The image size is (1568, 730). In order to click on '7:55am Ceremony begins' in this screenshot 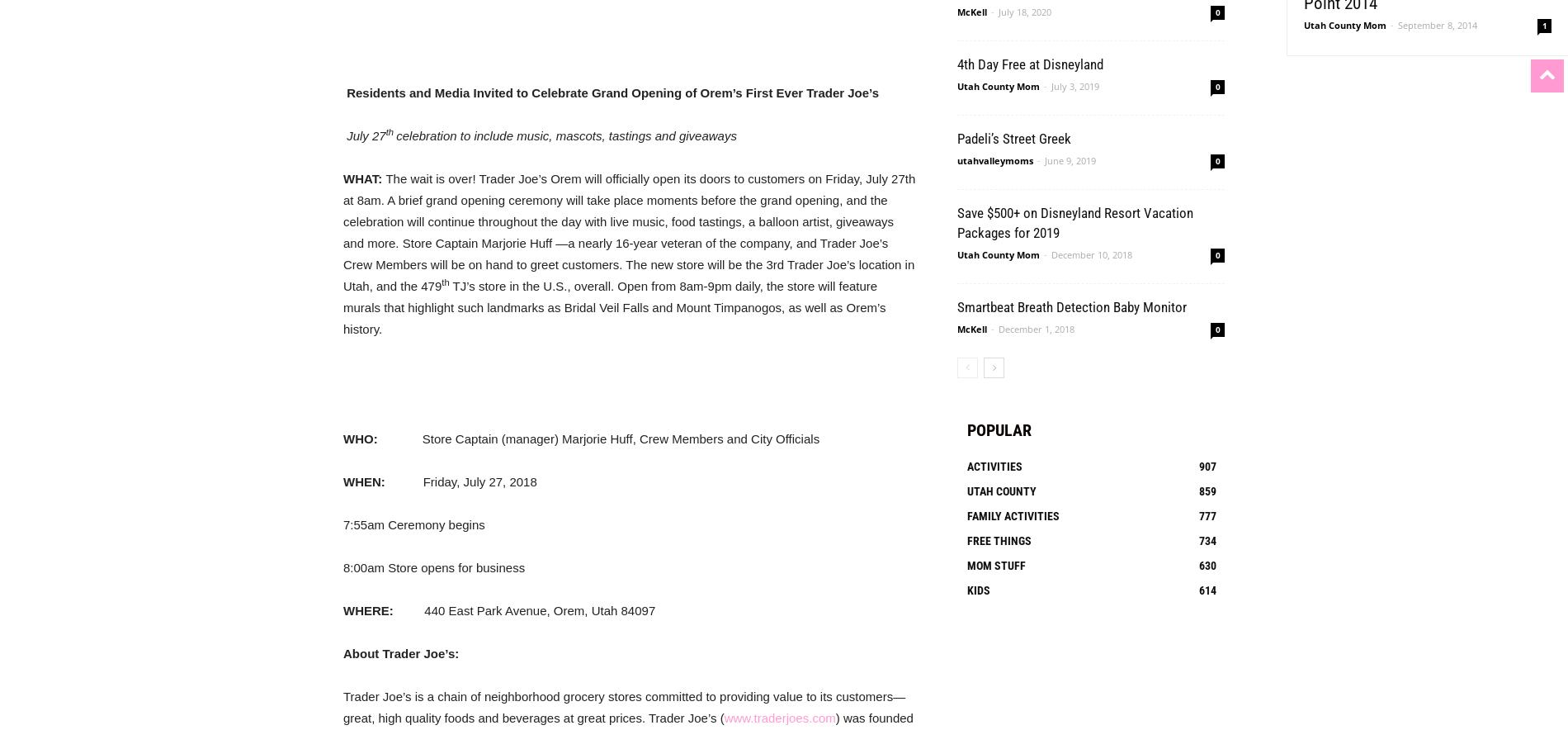, I will do `click(413, 524)`.